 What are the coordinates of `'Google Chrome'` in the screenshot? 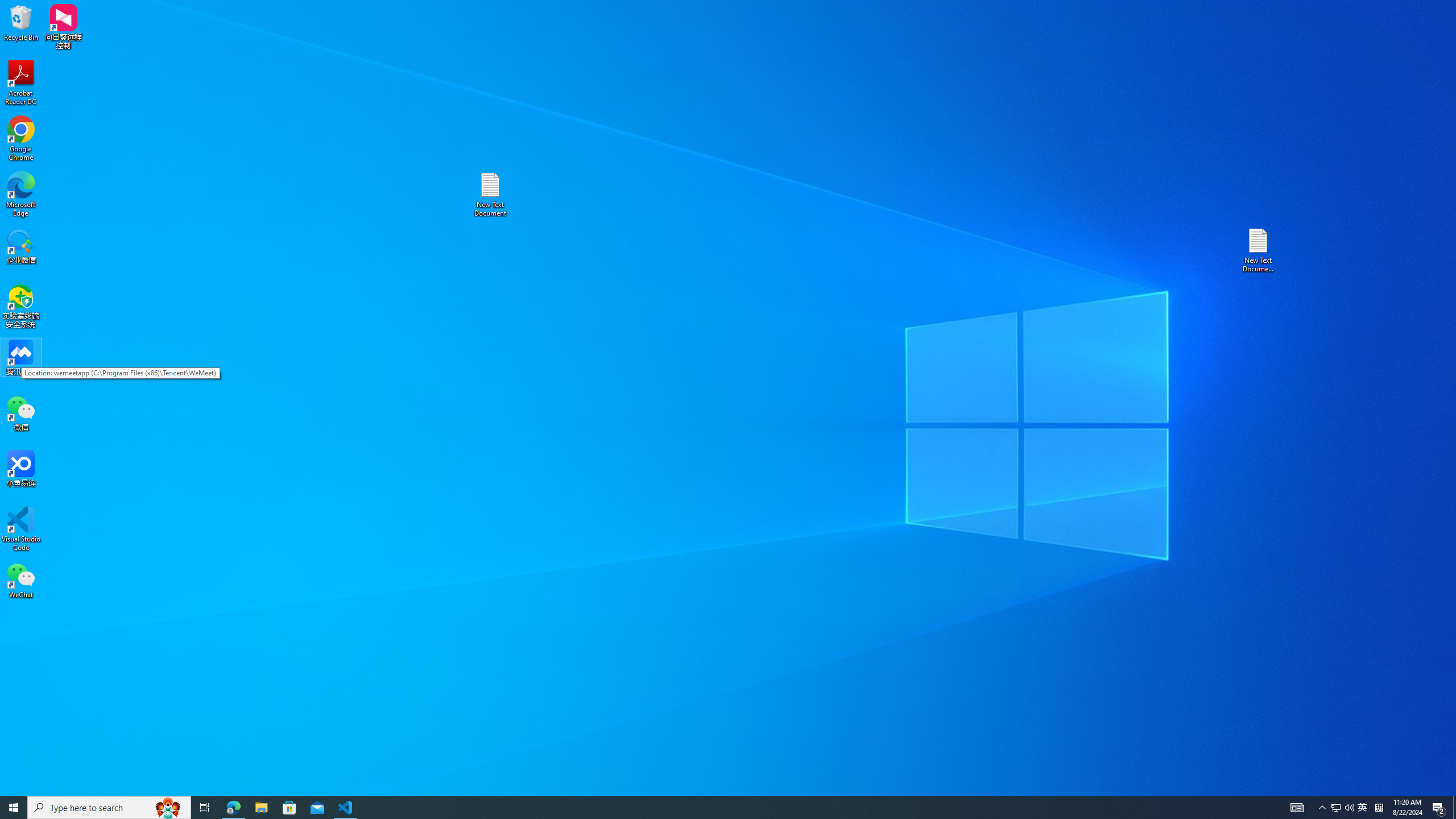 It's located at (20, 139).